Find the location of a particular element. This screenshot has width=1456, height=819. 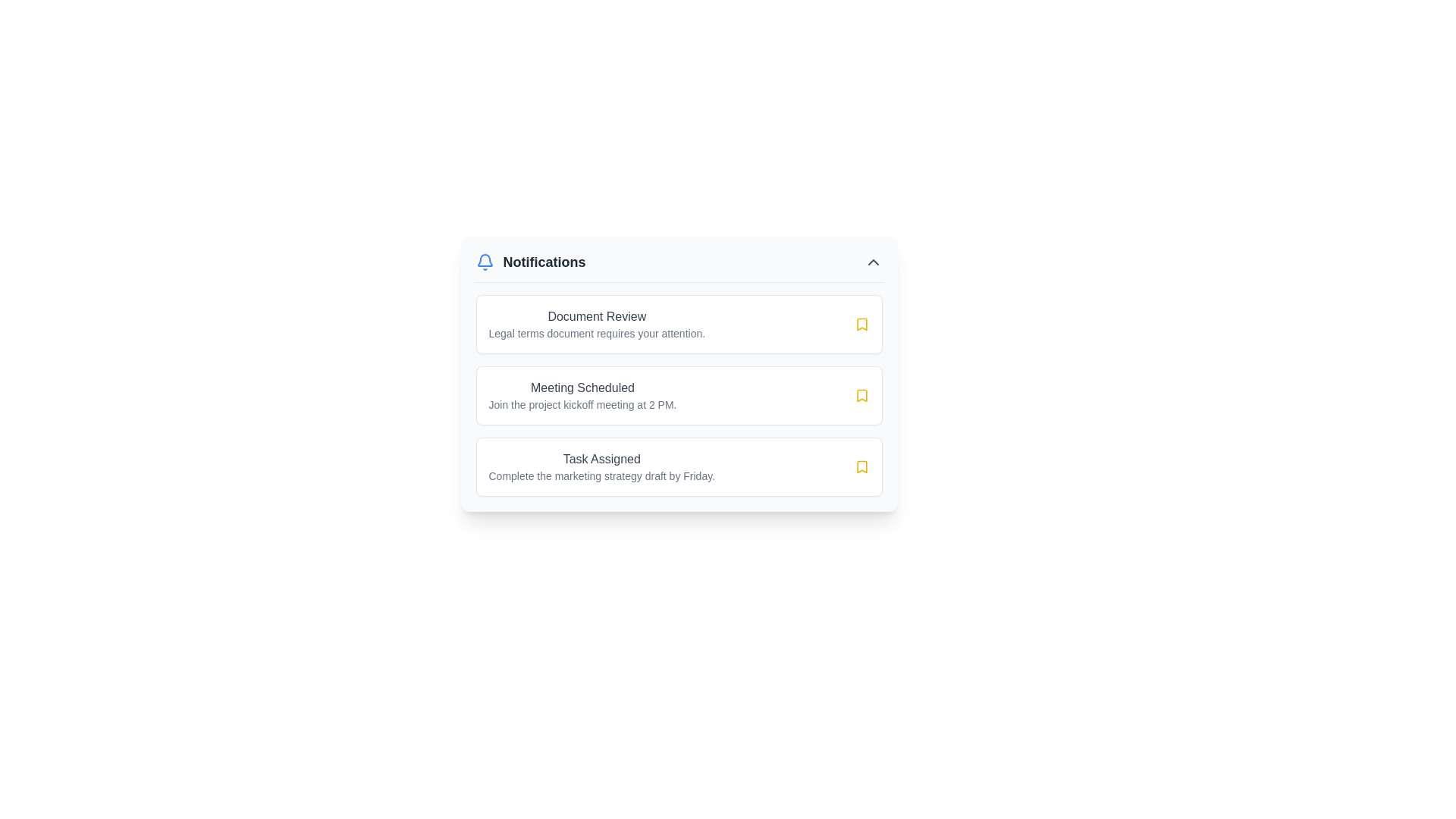

the title text of the notification item located at the top-center of the notification panel, which summarizes the notification content is located at coordinates (596, 315).